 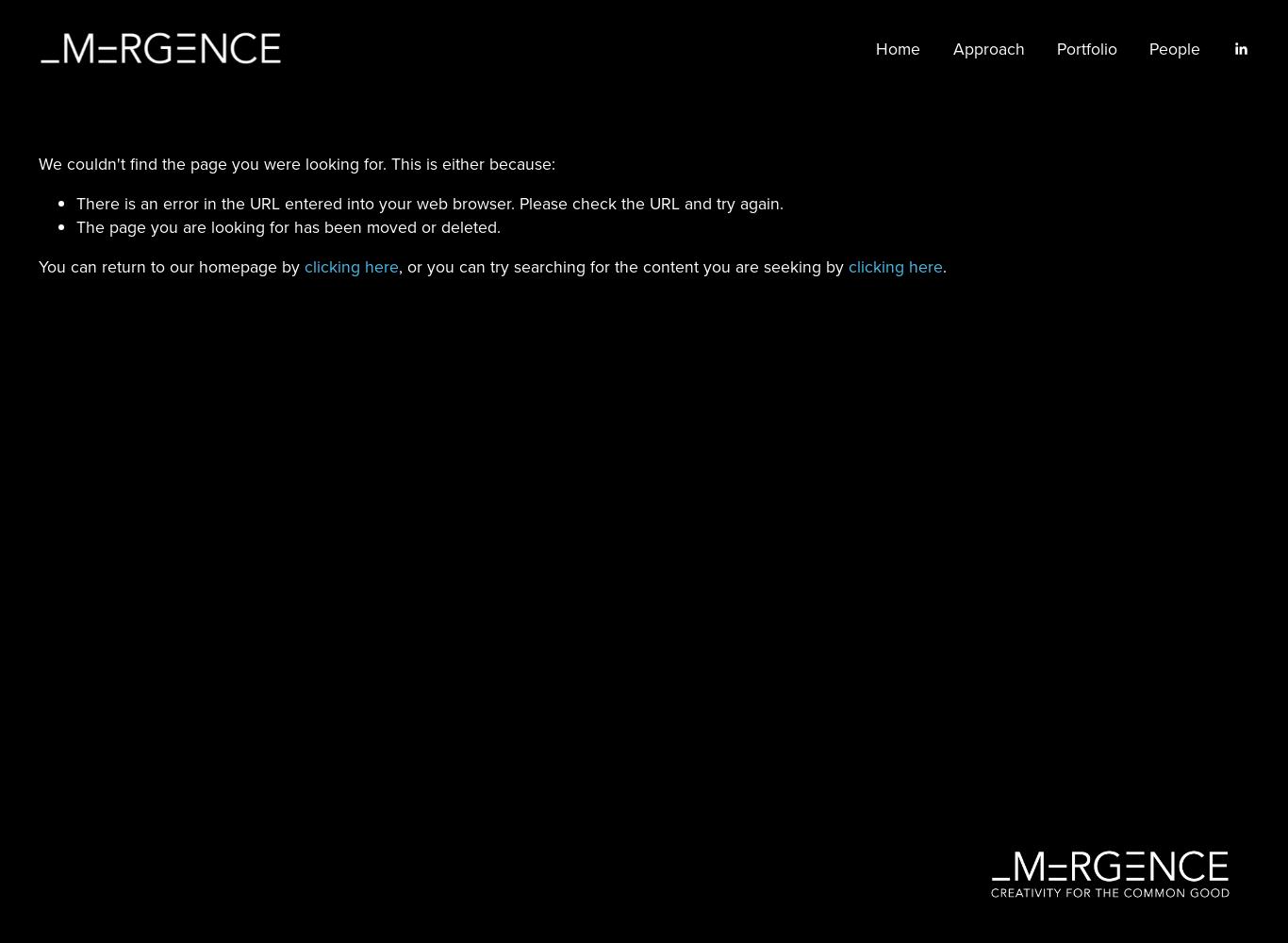 What do you see at coordinates (169, 266) in the screenshot?
I see `'You can return to our homepage by'` at bounding box center [169, 266].